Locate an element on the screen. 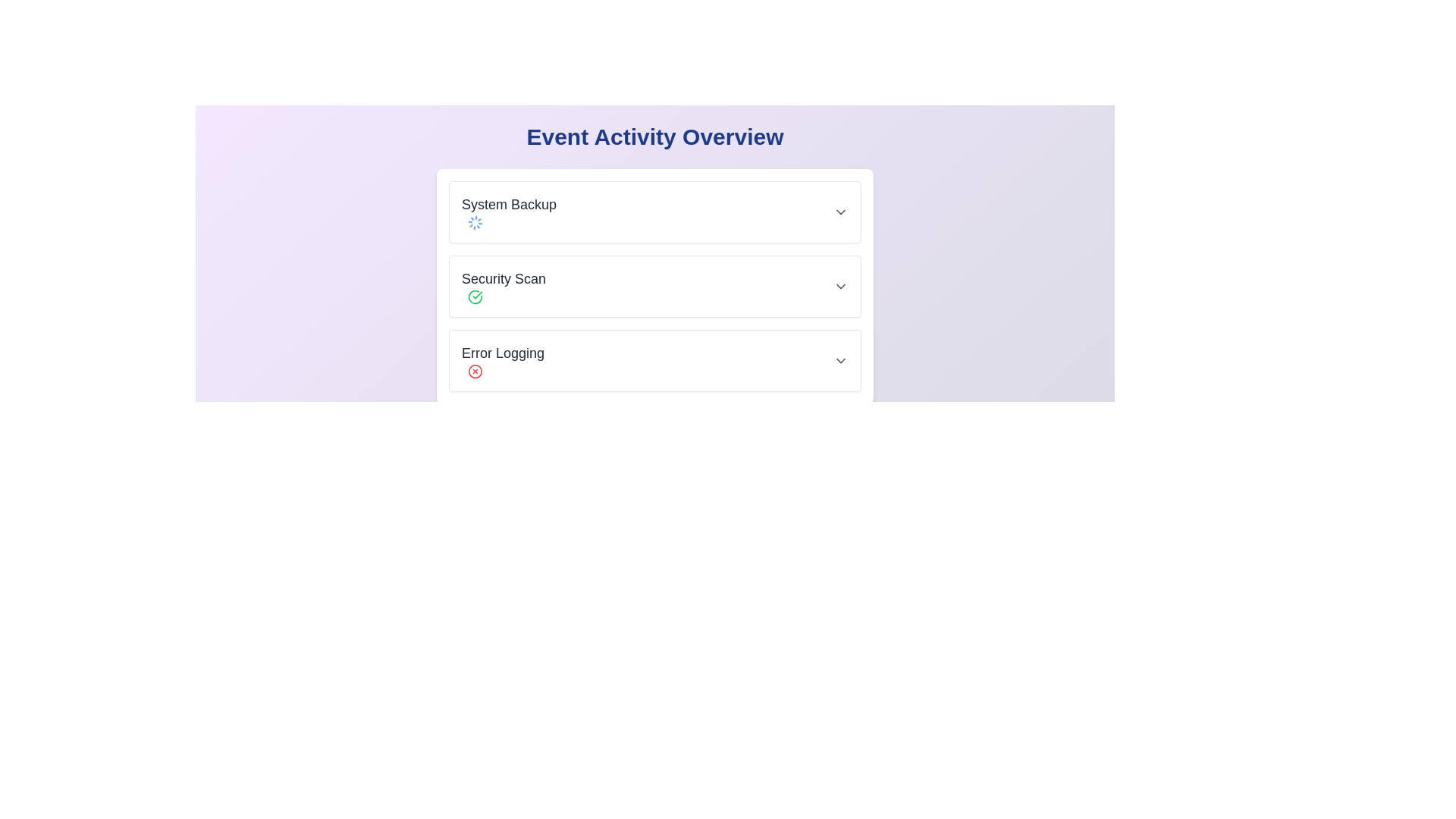 The height and width of the screenshot is (819, 1456). the 'System Backup' activity status element, which is the first item in the 'Event Activity Overview' list is located at coordinates (655, 212).